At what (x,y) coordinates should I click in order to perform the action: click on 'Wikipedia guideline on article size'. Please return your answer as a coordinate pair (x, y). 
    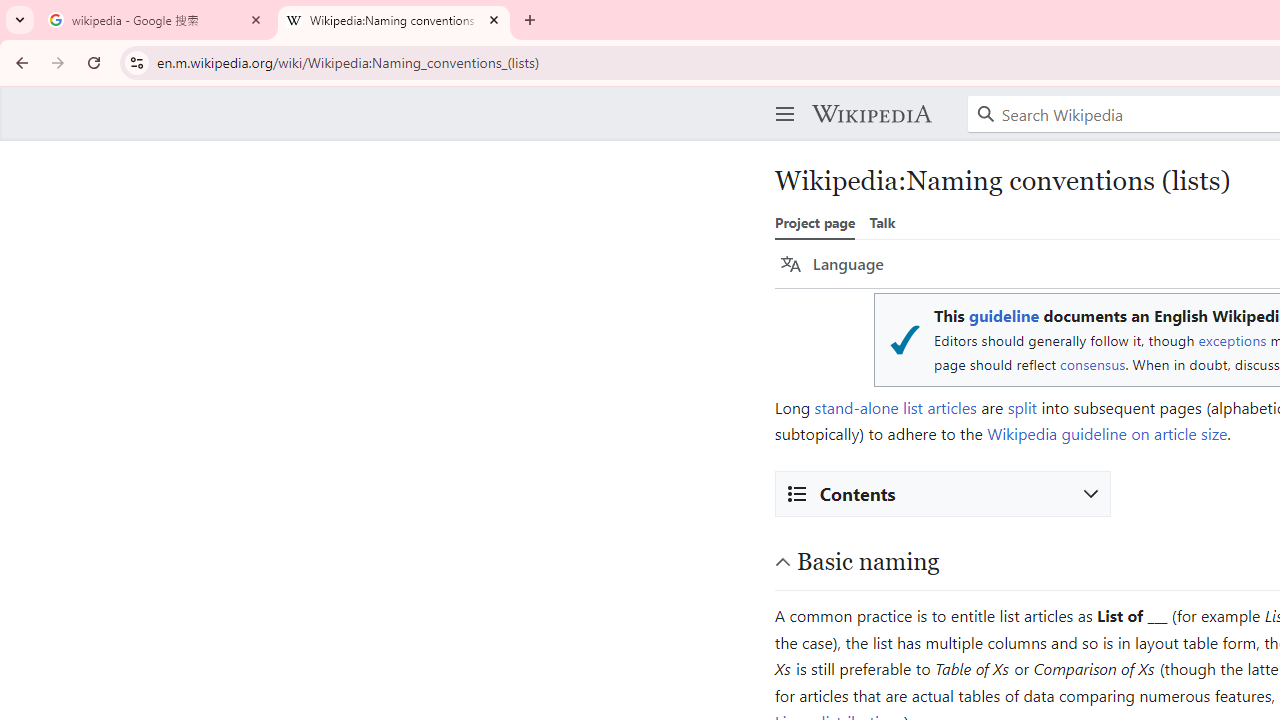
    Looking at the image, I should click on (1106, 433).